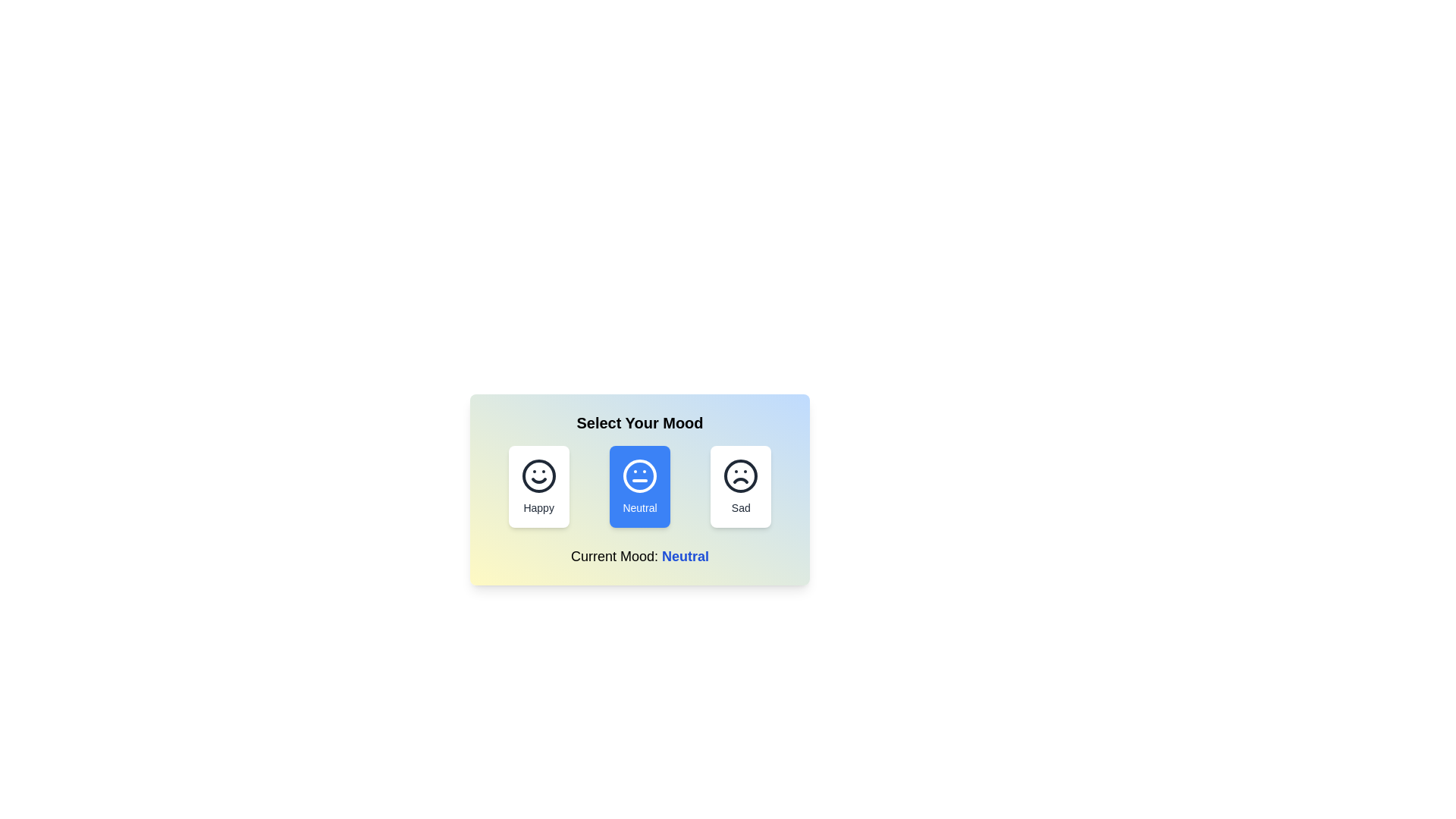 This screenshot has height=819, width=1456. What do you see at coordinates (640, 556) in the screenshot?
I see `the text content of the element displaying the current mood` at bounding box center [640, 556].